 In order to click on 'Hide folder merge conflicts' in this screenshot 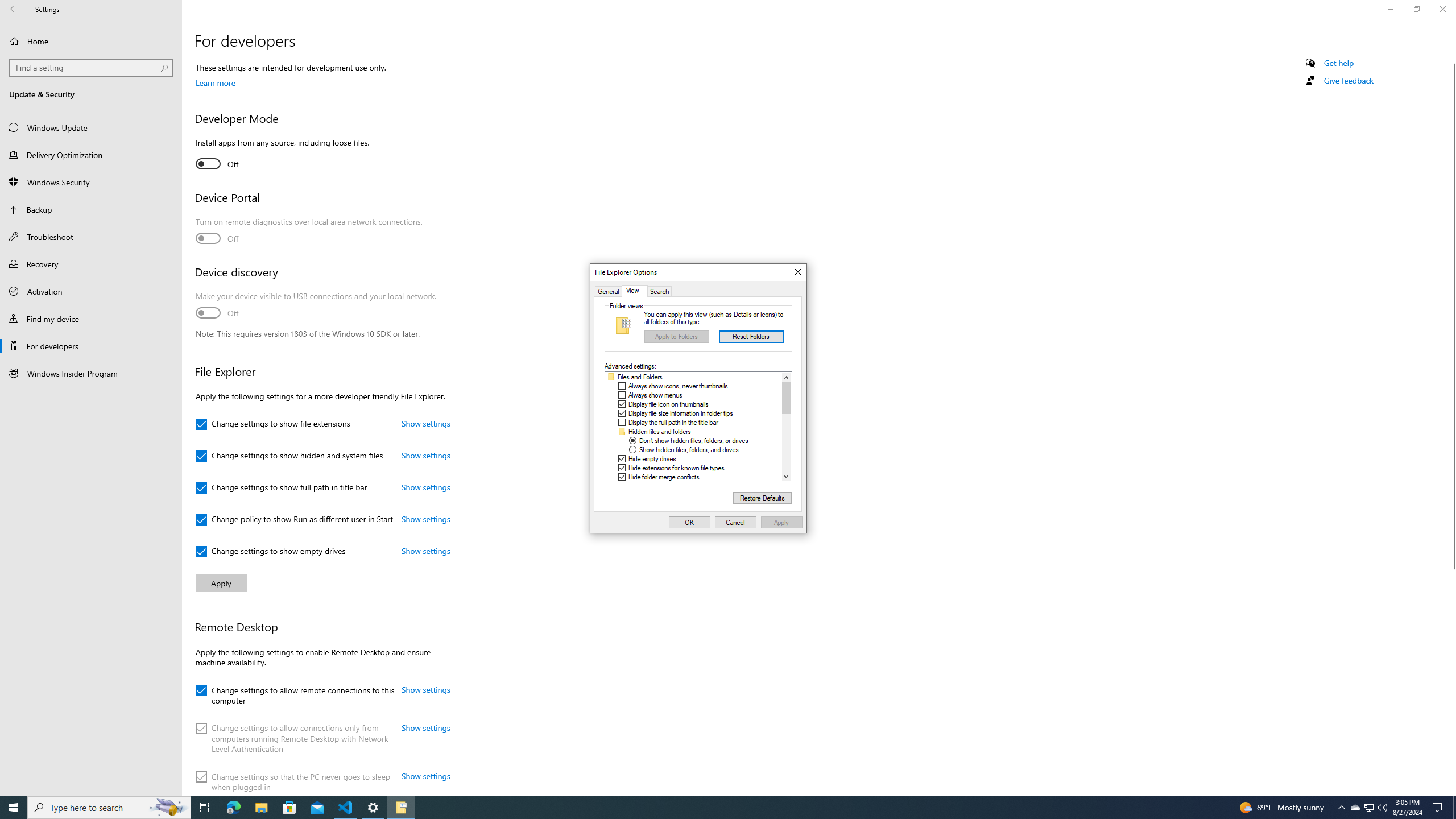, I will do `click(663, 477)`.